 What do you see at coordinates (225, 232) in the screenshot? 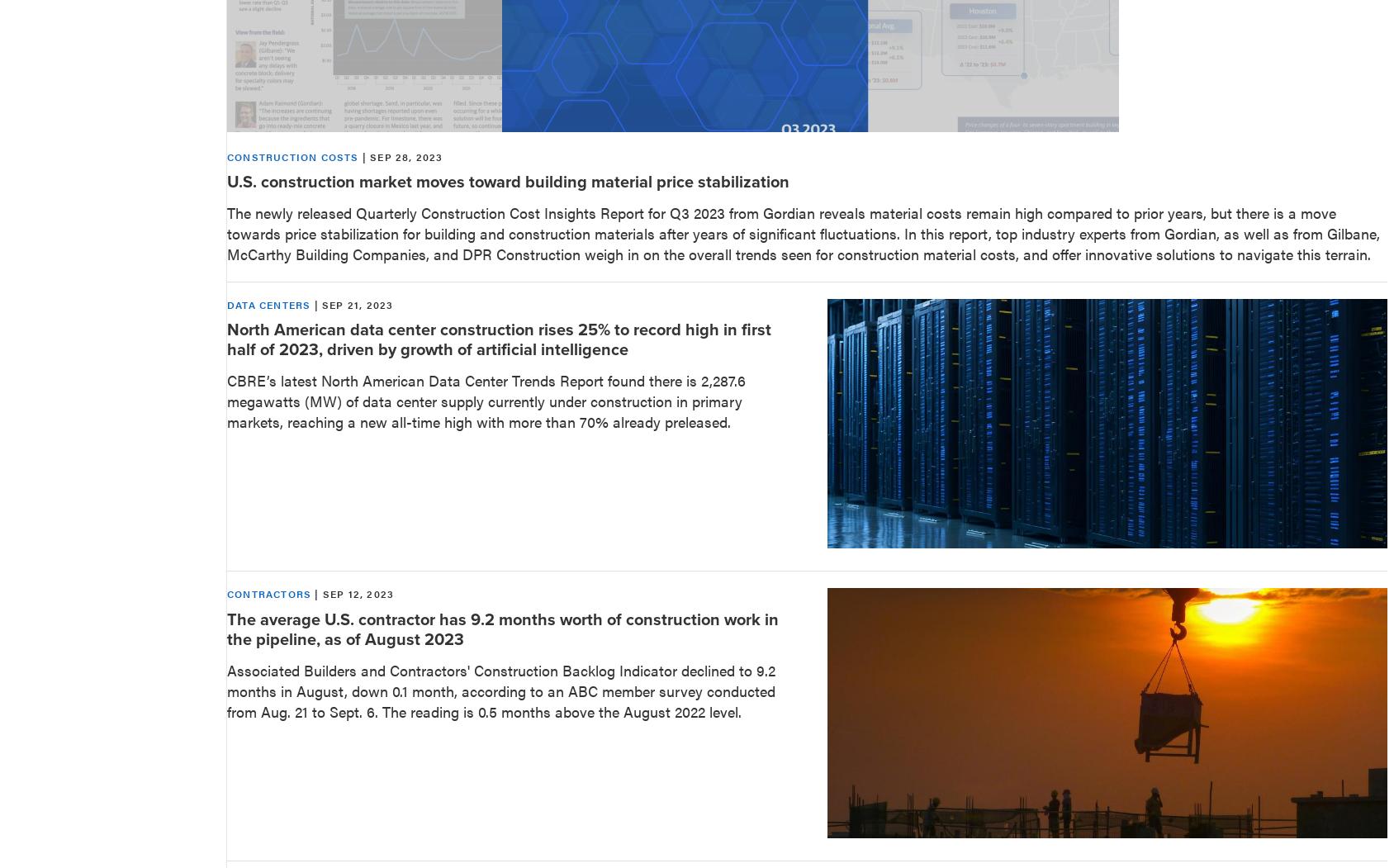
I see `'The newly released Quarterly Construction Cost Insights Report for Q3 2023 from Gordian reveals material costs remain high compared to prior years, but there is a move towards price stabilization for building and construction materials after years of significant fluctuations. In this report, top industry experts from Gordian, as well as from Gilbane, McCarthy Building Companies, and DPR Construction weigh in on the overall trends seen for construction material costs, and offer innovative solutions to navigate this terrain.'` at bounding box center [225, 232].